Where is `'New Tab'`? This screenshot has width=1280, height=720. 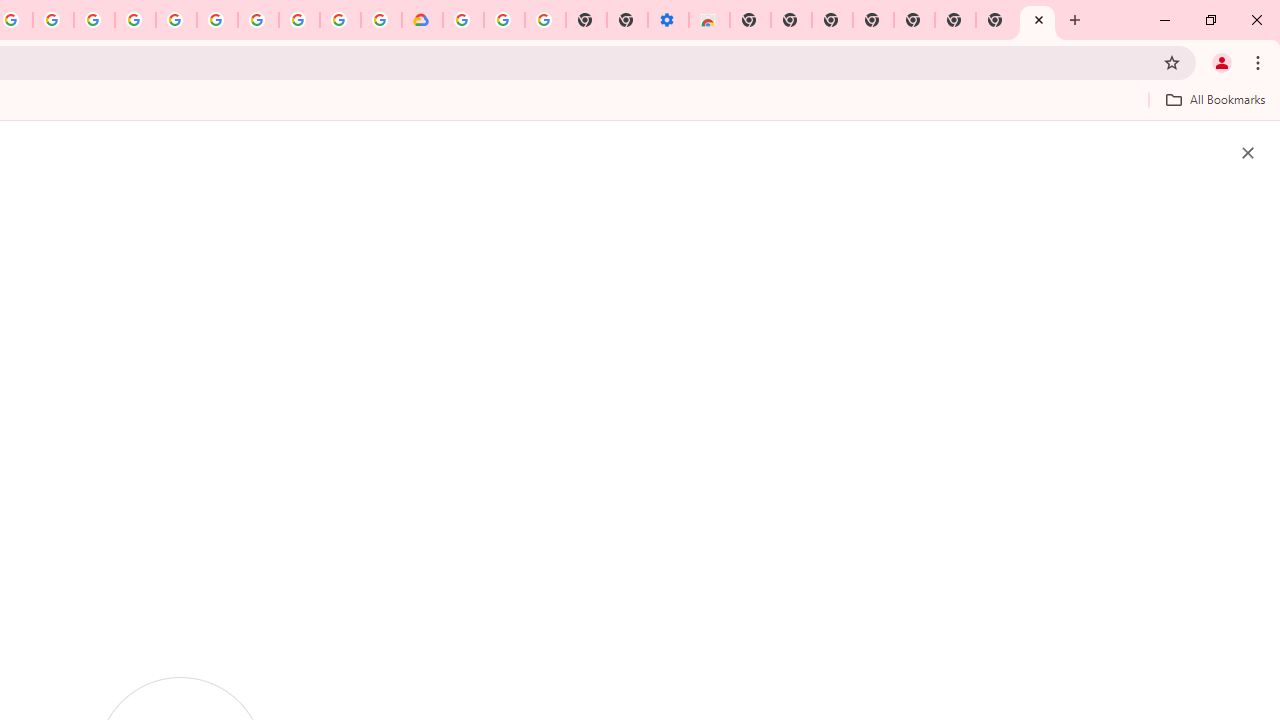 'New Tab' is located at coordinates (1038, 20).